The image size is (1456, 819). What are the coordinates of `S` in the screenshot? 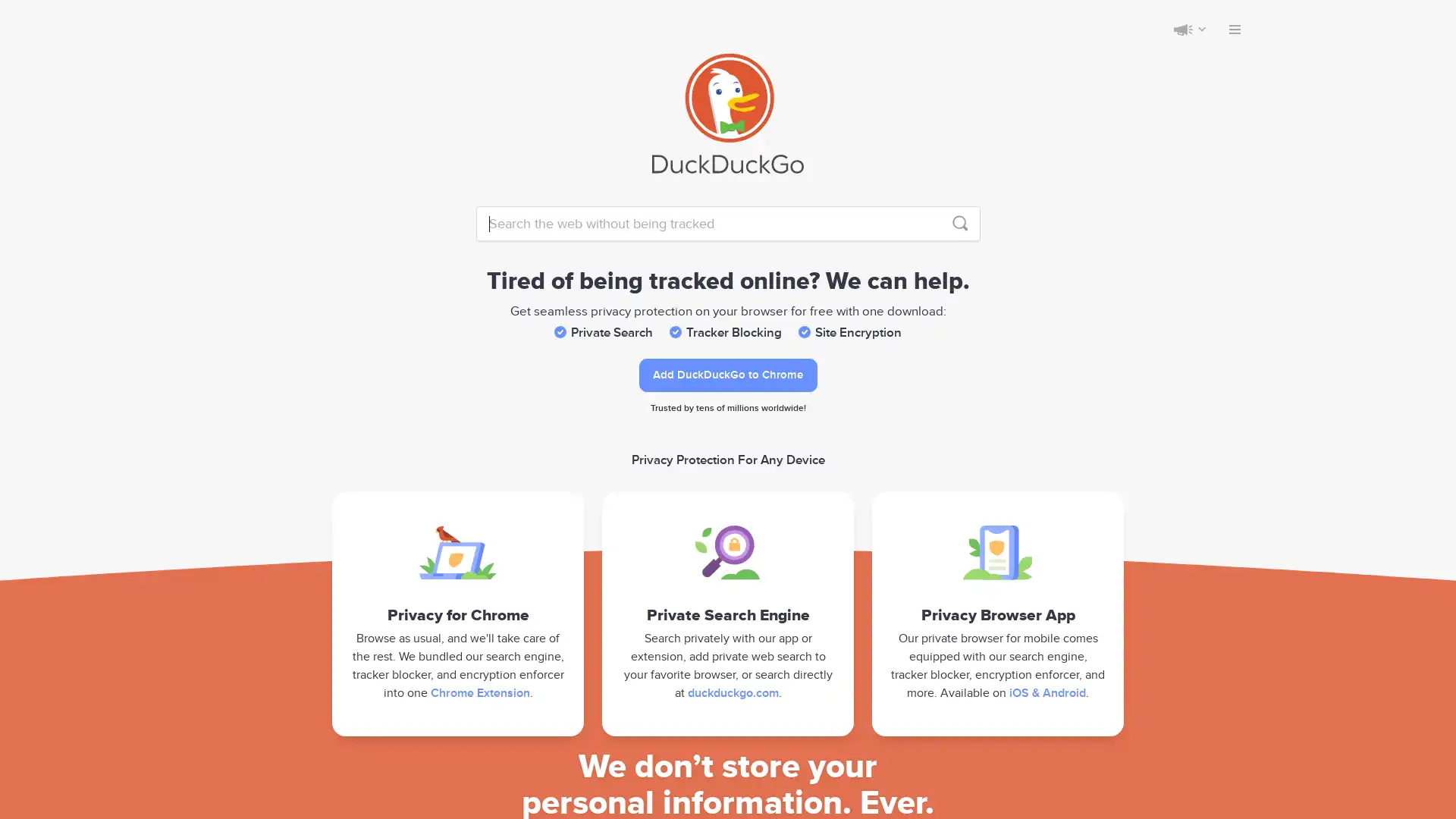 It's located at (959, 223).